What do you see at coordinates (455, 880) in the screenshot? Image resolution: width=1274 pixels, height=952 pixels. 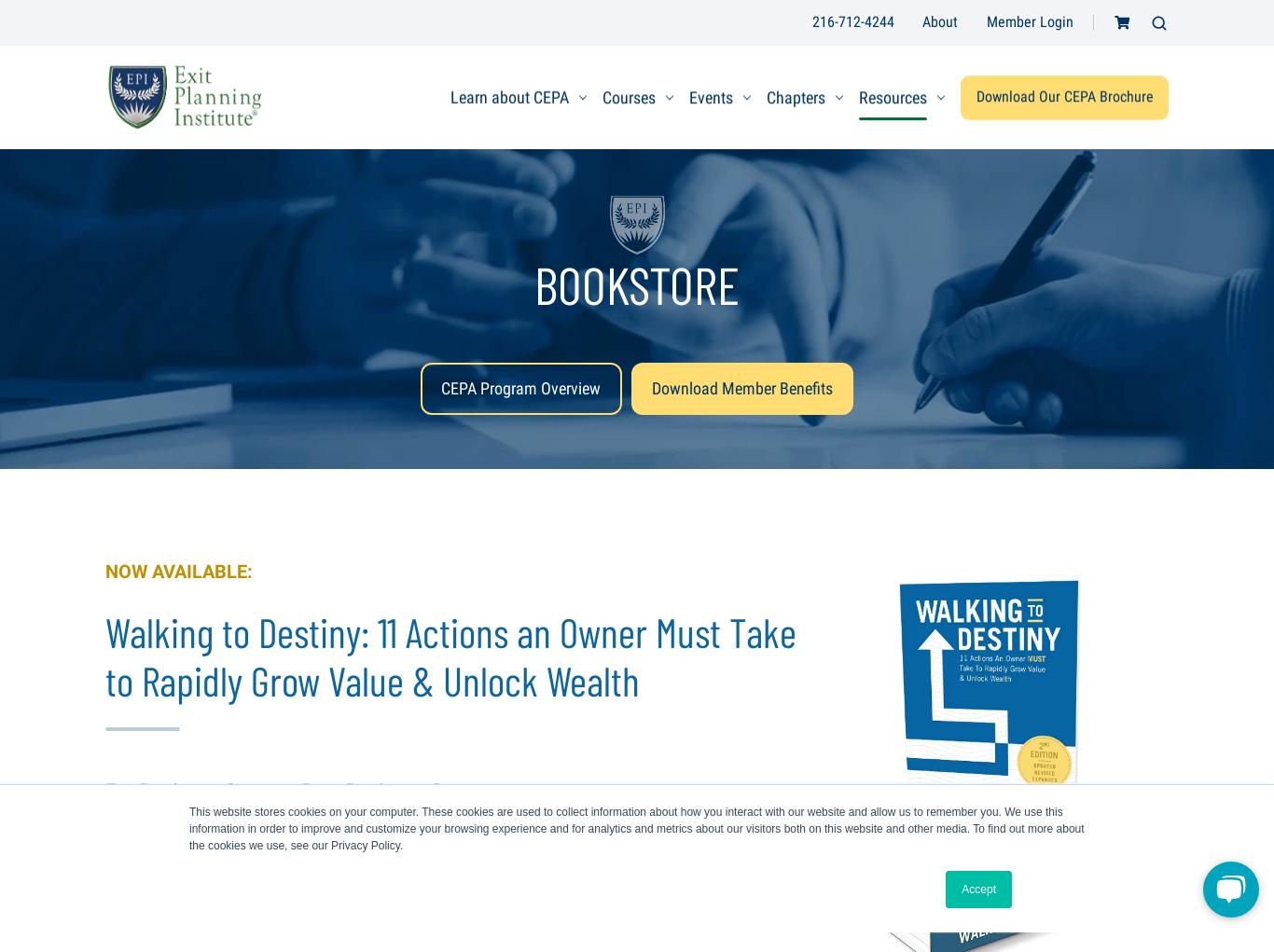 I see `'Walking to Destiny is not only your essential resource to understand what makes your business attractive and ready for transition; it is a business owner’s handbook to know HOW TO rapidly grow value and ultimately unlock the personal wealth trapped in your most significant financial asset: Your Business.'` at bounding box center [455, 880].